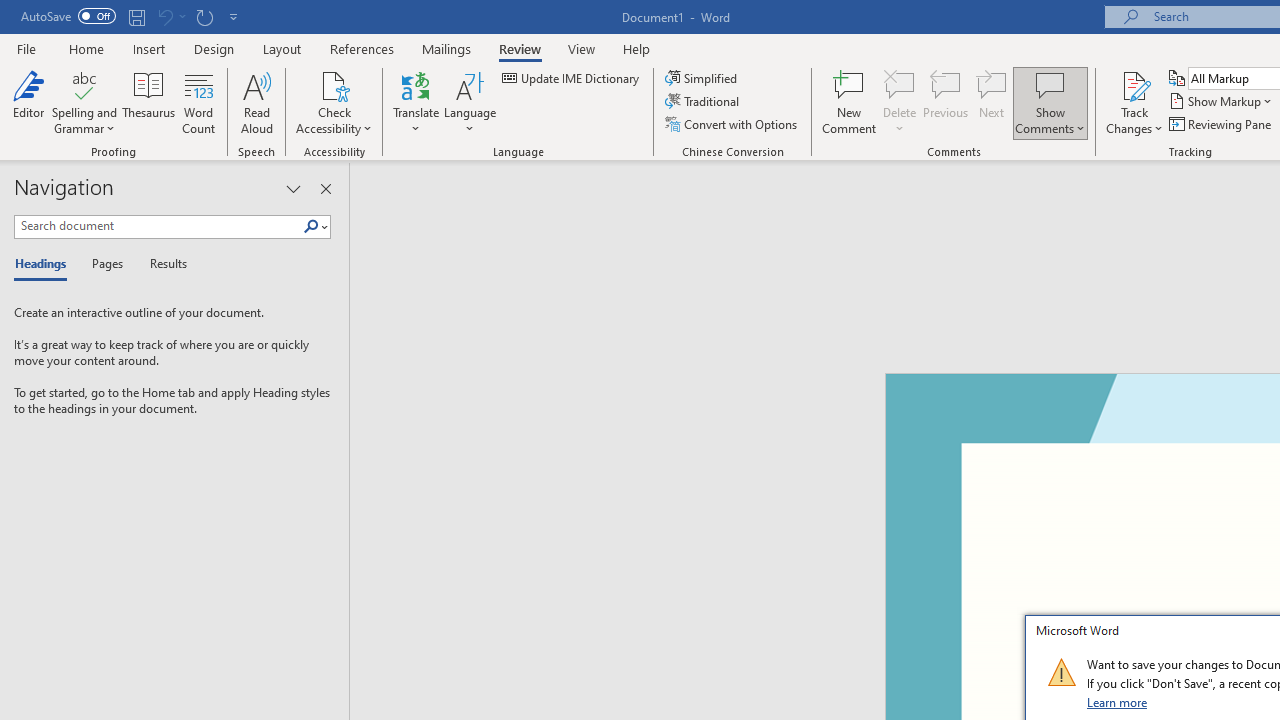 The width and height of the screenshot is (1280, 720). I want to click on 'File Tab', so click(26, 47).